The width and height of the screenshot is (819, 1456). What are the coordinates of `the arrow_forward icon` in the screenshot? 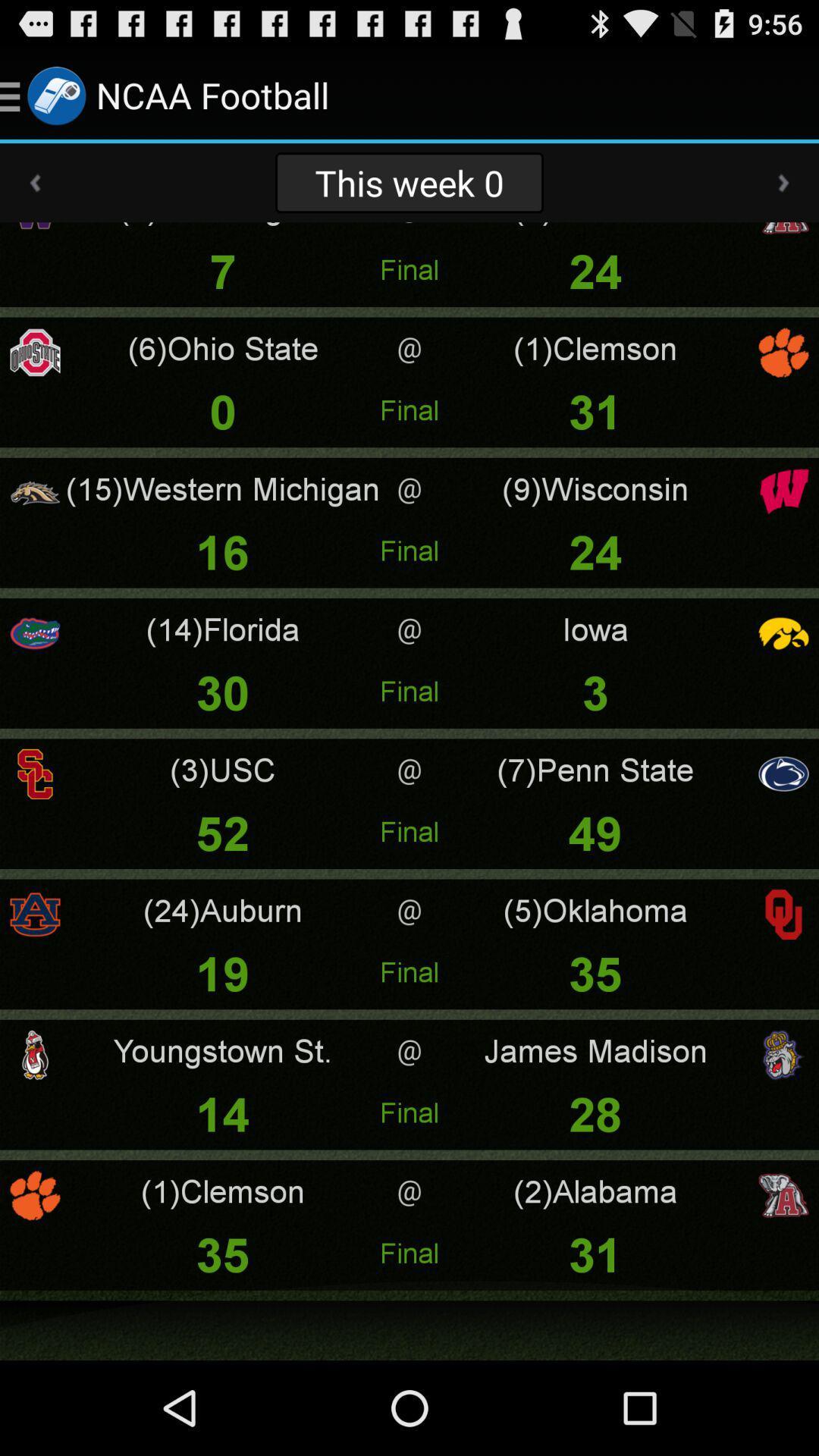 It's located at (783, 195).